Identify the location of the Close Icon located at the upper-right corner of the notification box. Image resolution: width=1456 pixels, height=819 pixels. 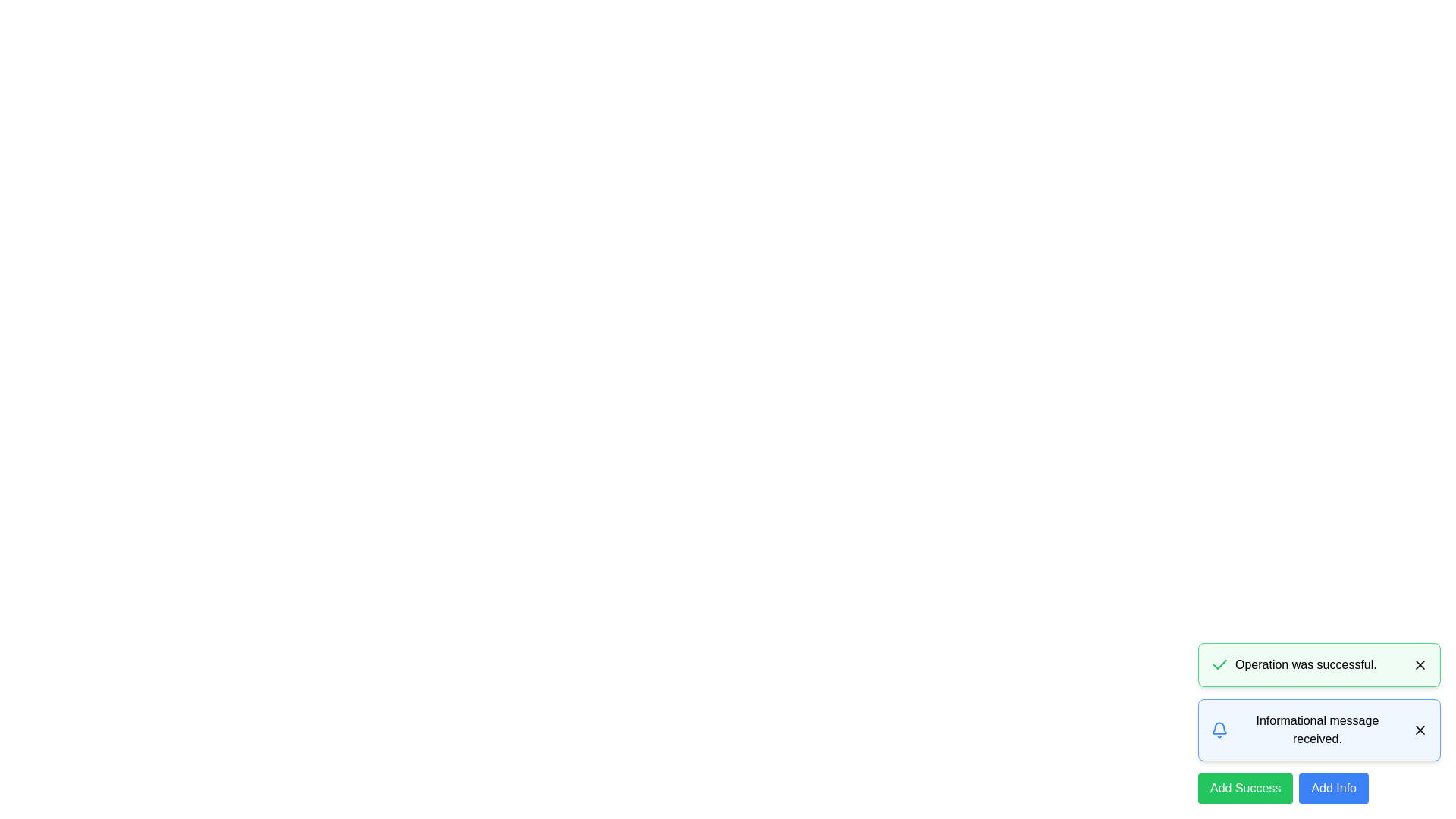
(1419, 730).